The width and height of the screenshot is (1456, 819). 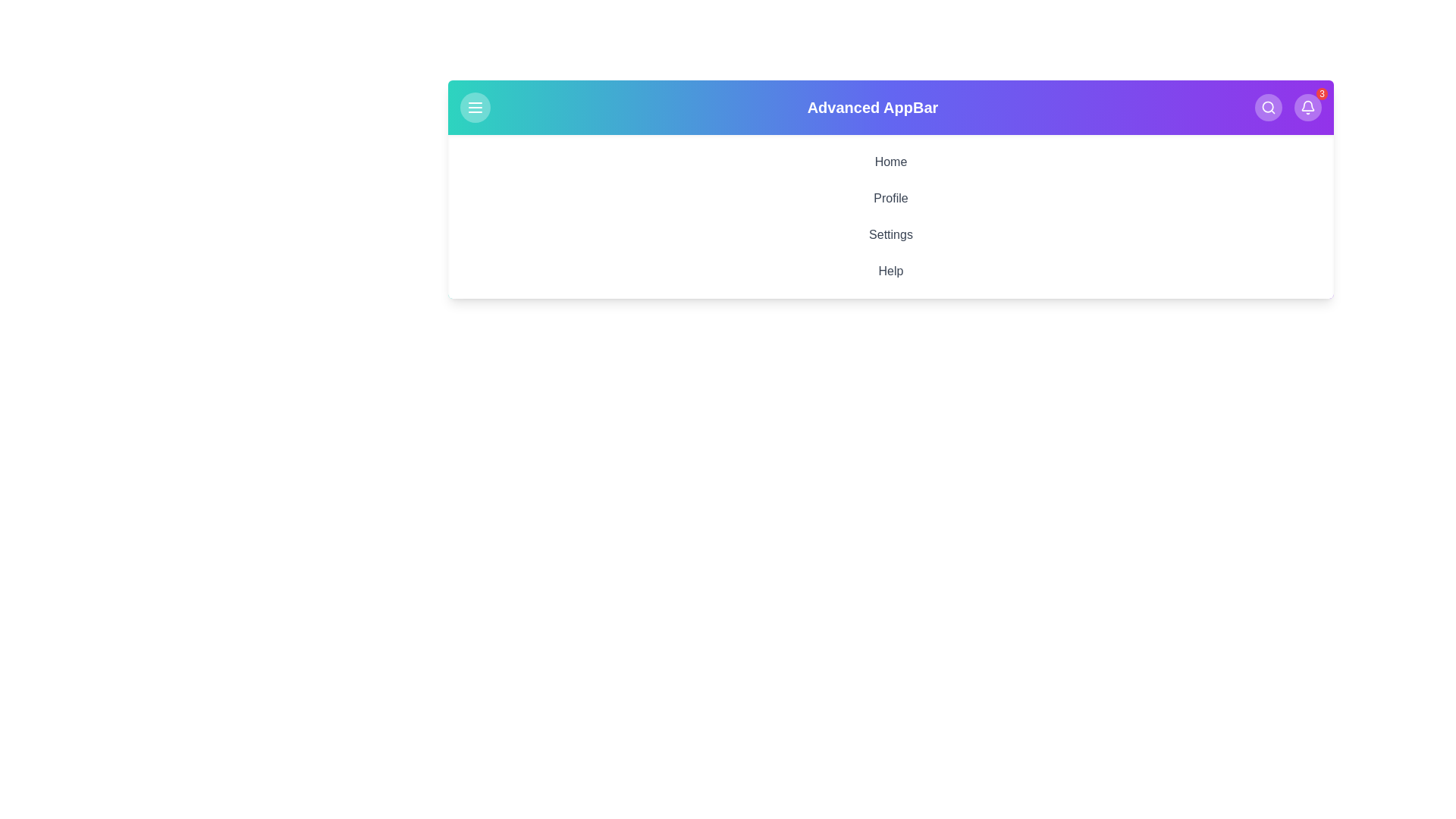 I want to click on the menu item Home, so click(x=891, y=162).